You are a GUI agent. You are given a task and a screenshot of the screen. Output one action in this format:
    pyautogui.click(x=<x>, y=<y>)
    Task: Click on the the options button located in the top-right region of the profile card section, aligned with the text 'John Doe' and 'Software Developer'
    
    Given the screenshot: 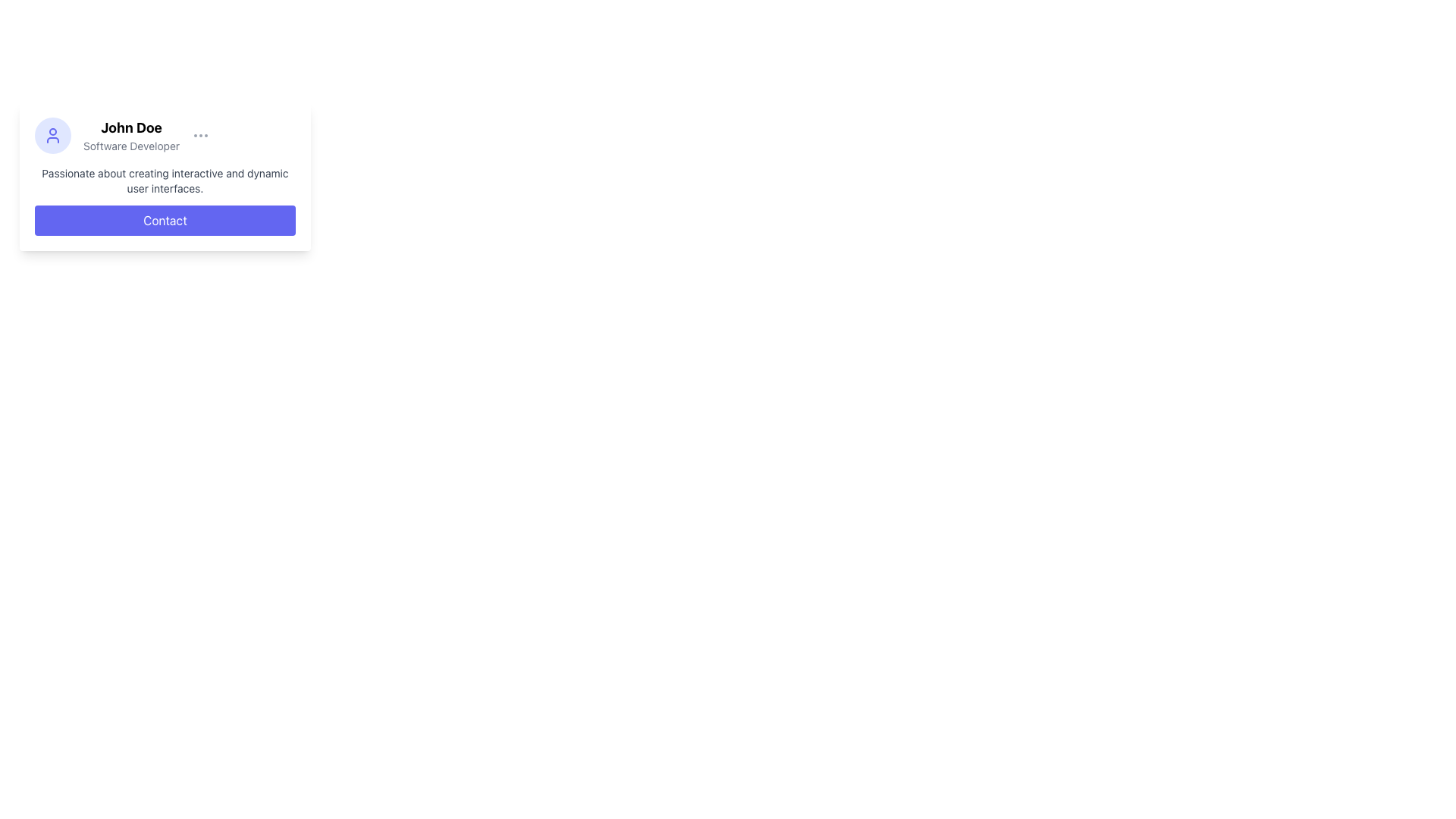 What is the action you would take?
    pyautogui.click(x=200, y=134)
    